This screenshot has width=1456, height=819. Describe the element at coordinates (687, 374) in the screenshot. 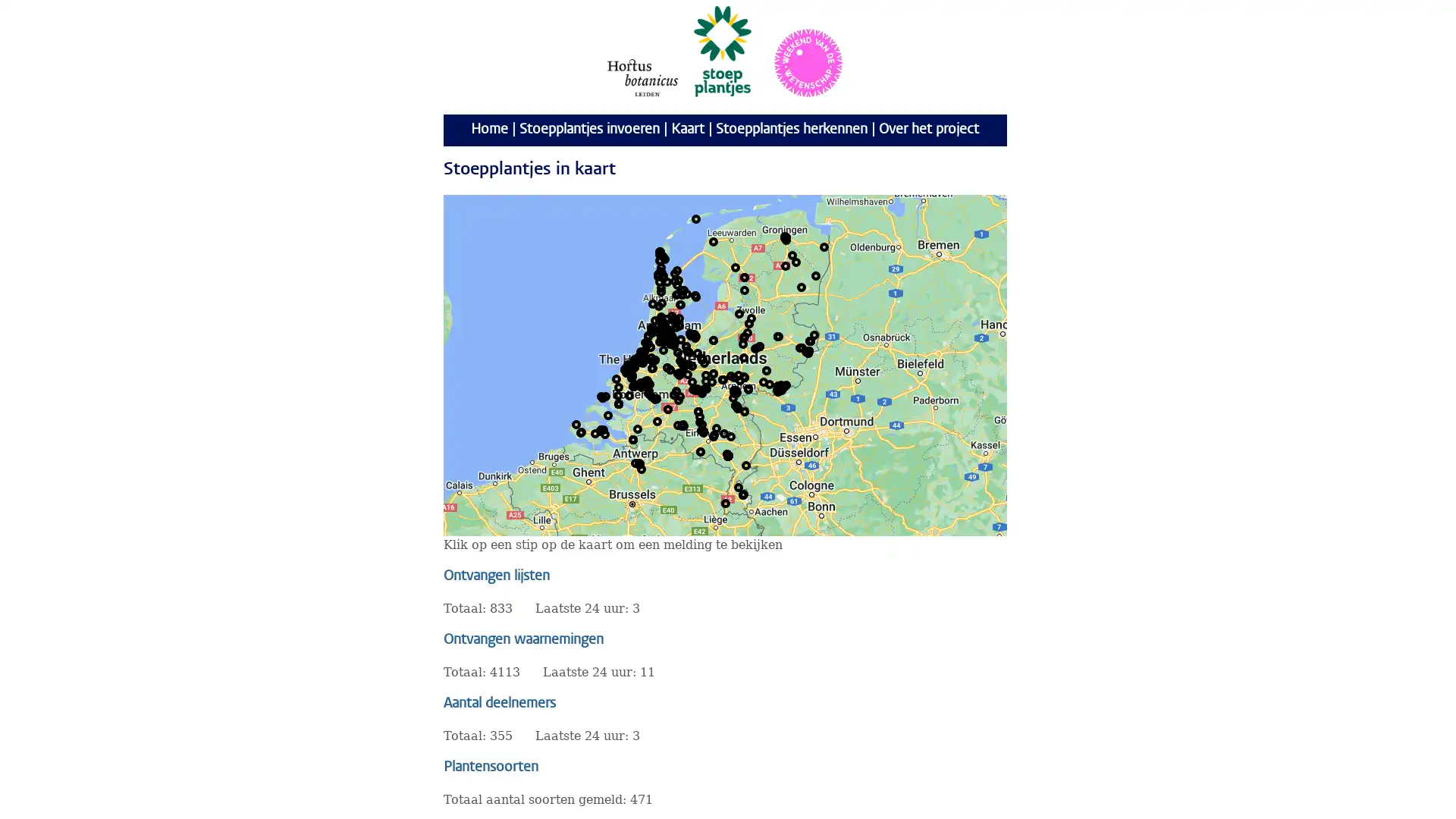

I see `Telling van op 22 mei 2022` at that location.